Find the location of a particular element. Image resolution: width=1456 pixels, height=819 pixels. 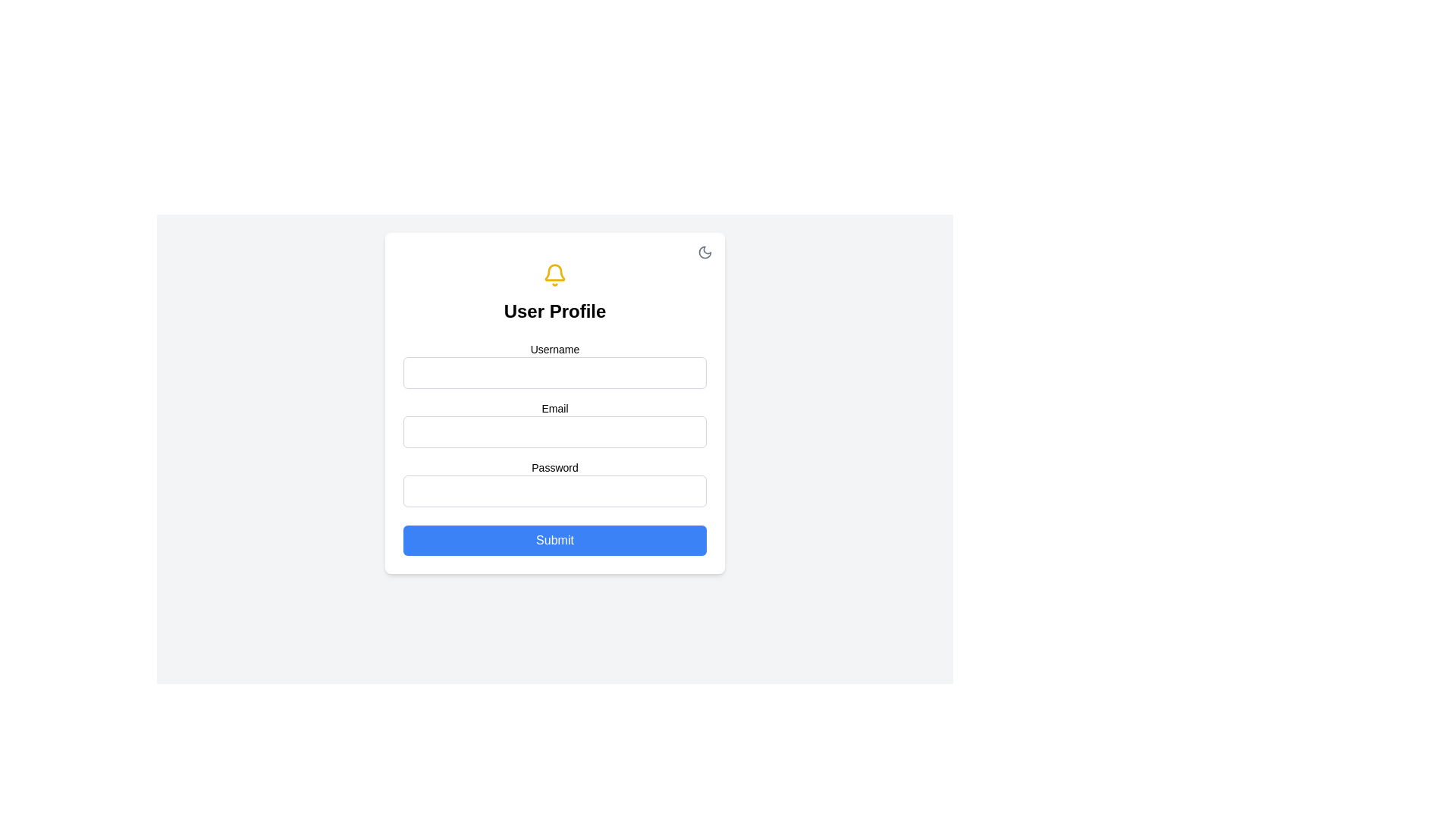

the email label, which indicates that the user should enter their email address into the associated text input box, located in the user profile form is located at coordinates (554, 403).